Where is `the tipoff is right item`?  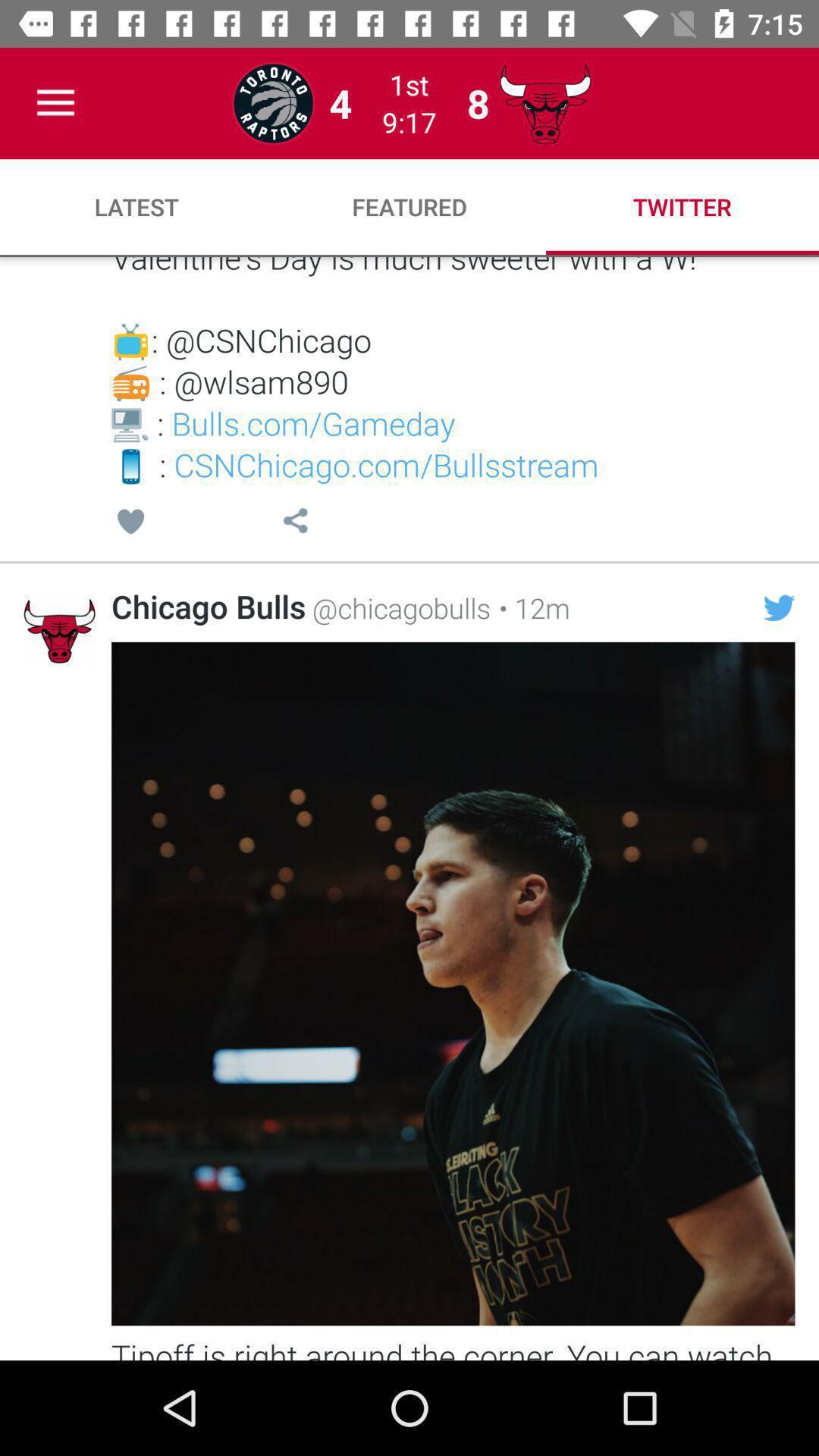 the tipoff is right item is located at coordinates (452, 1347).